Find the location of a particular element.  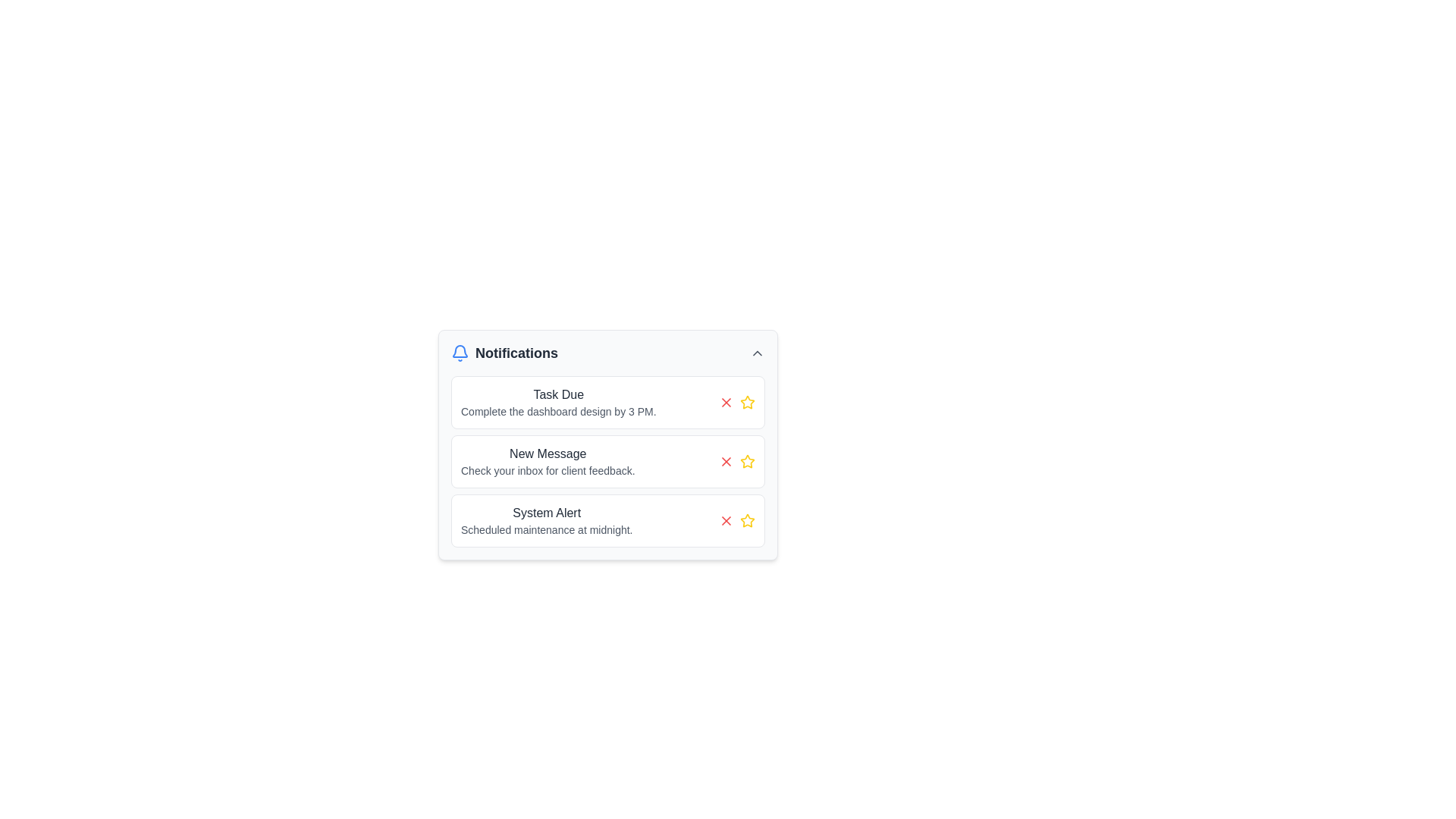

the yellow star-shaped icon located at the far-right of the 'System Alert' notification row is located at coordinates (747, 519).